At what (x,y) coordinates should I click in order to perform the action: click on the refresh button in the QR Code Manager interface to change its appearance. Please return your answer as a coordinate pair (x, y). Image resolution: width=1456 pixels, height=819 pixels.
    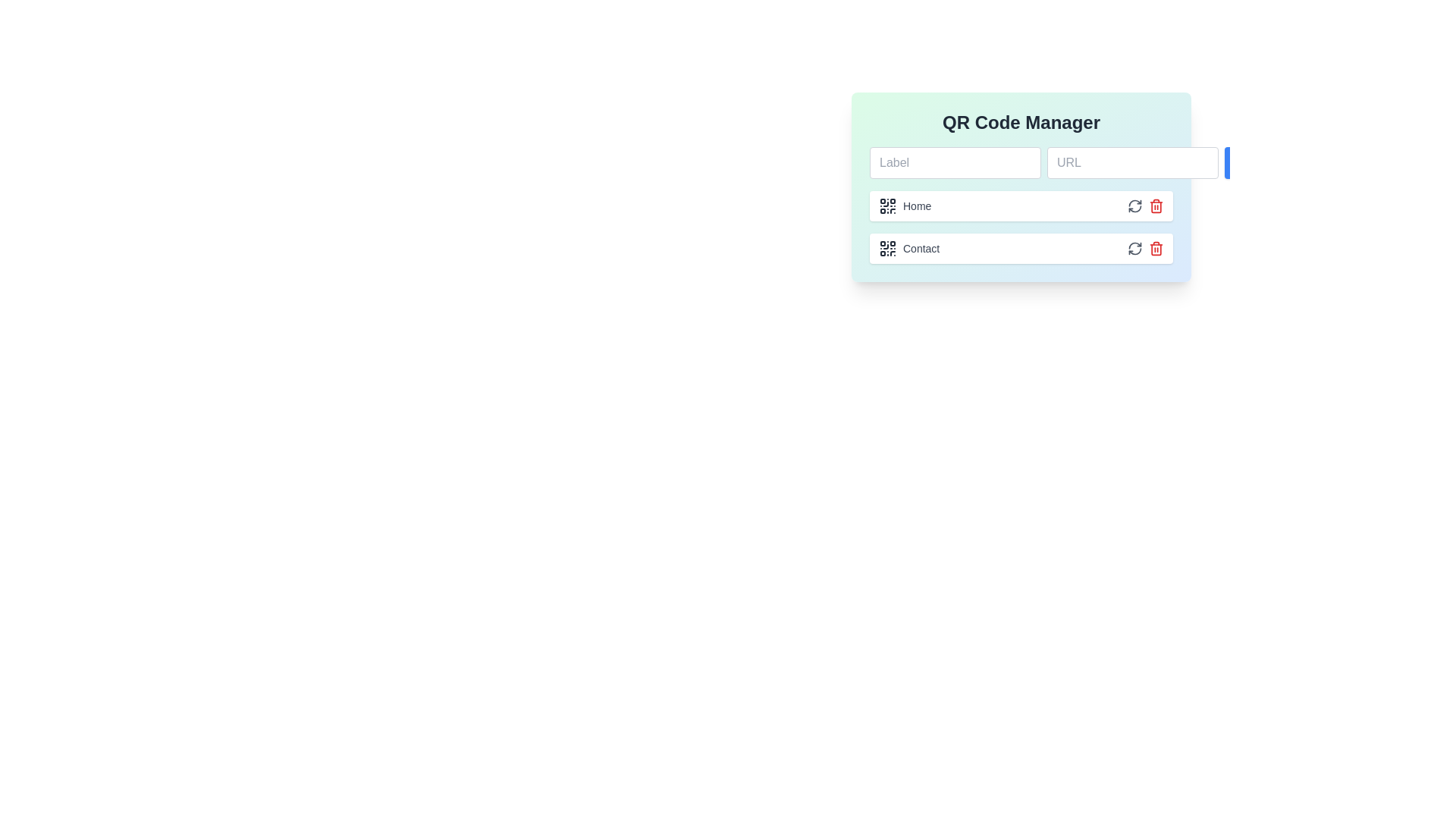
    Looking at the image, I should click on (1135, 206).